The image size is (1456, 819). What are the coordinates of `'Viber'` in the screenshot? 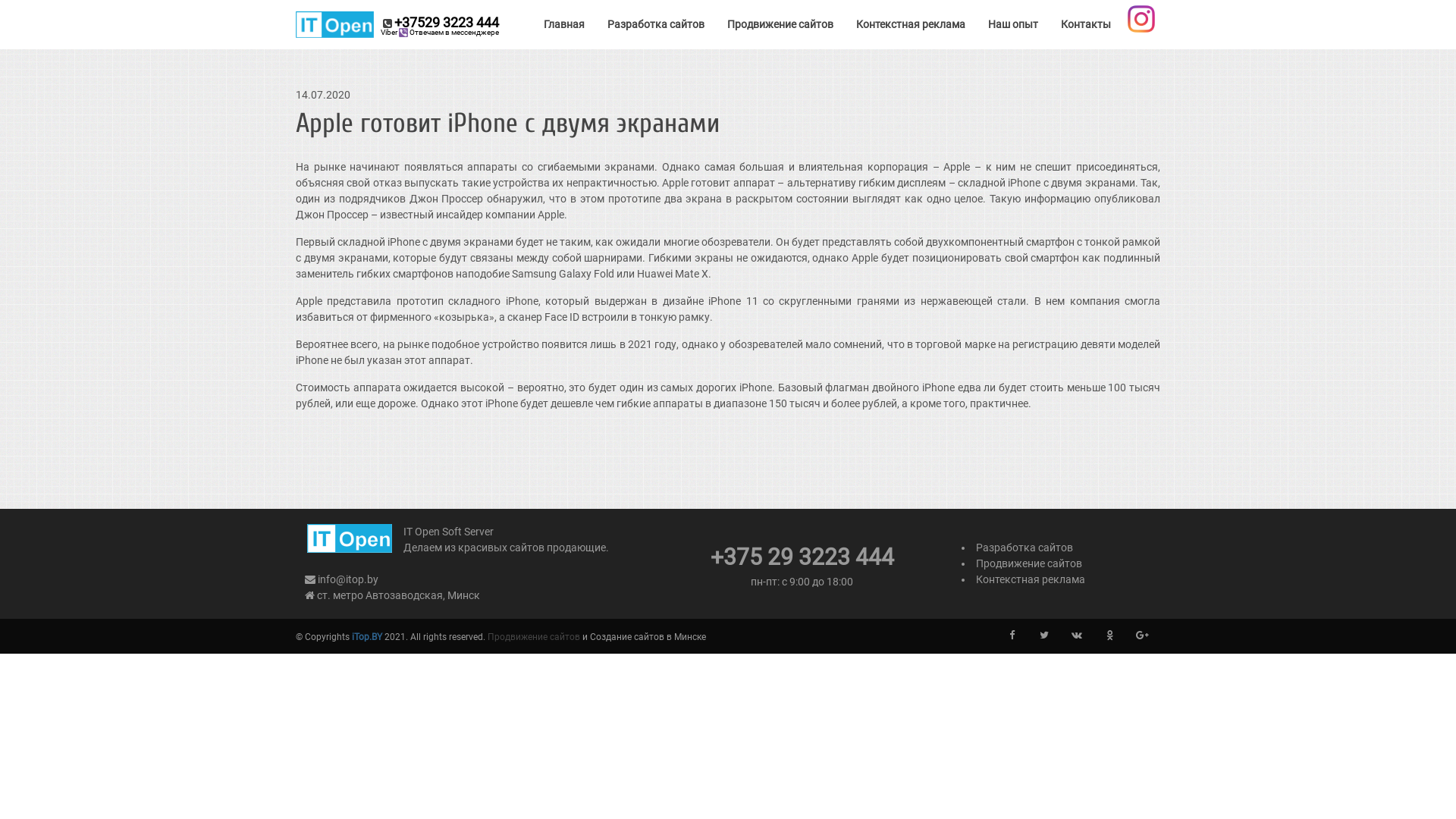 It's located at (403, 32).